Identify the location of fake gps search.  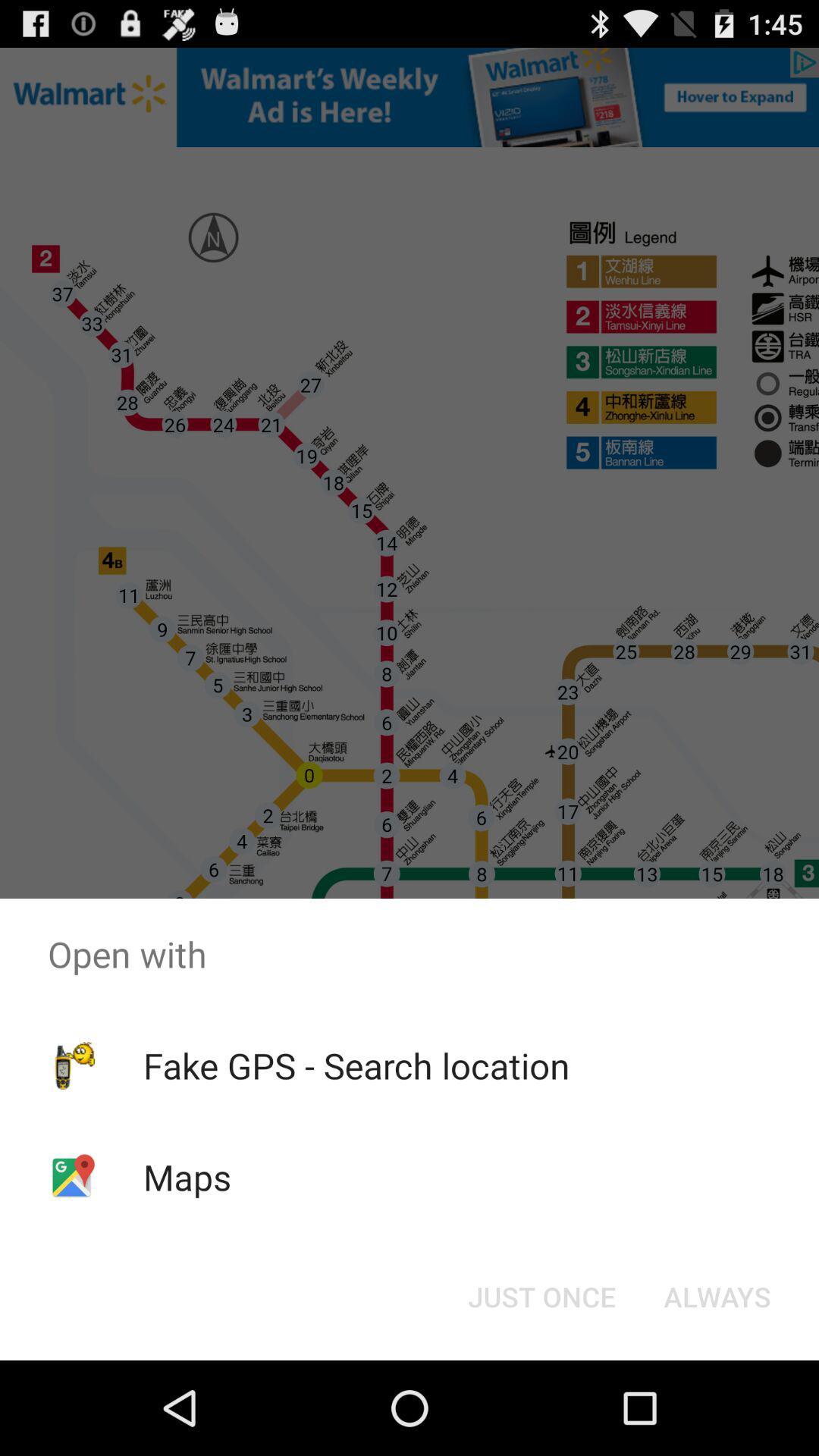
(356, 1065).